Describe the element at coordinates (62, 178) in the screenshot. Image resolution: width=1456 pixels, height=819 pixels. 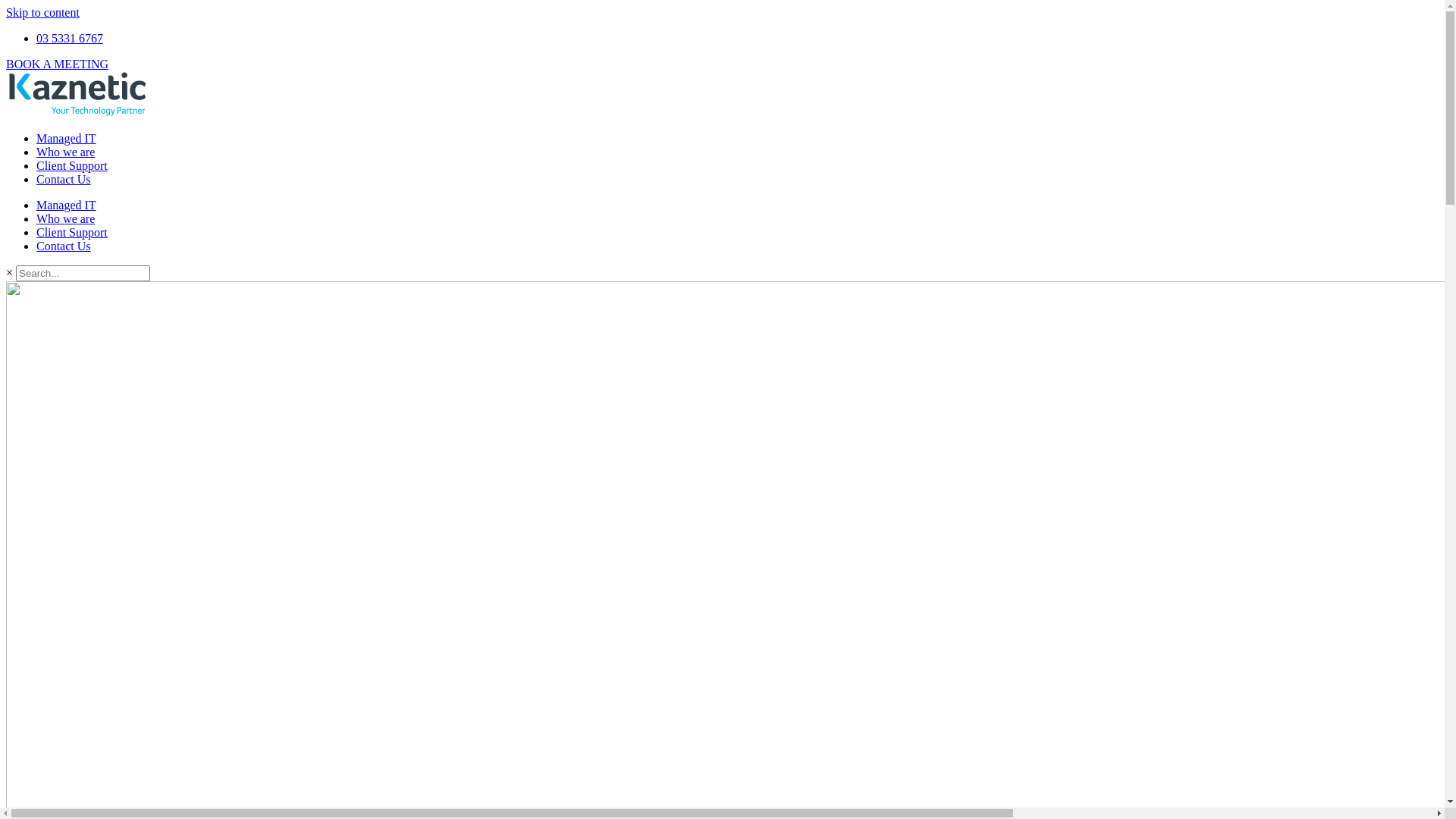
I see `'Contact Us'` at that location.